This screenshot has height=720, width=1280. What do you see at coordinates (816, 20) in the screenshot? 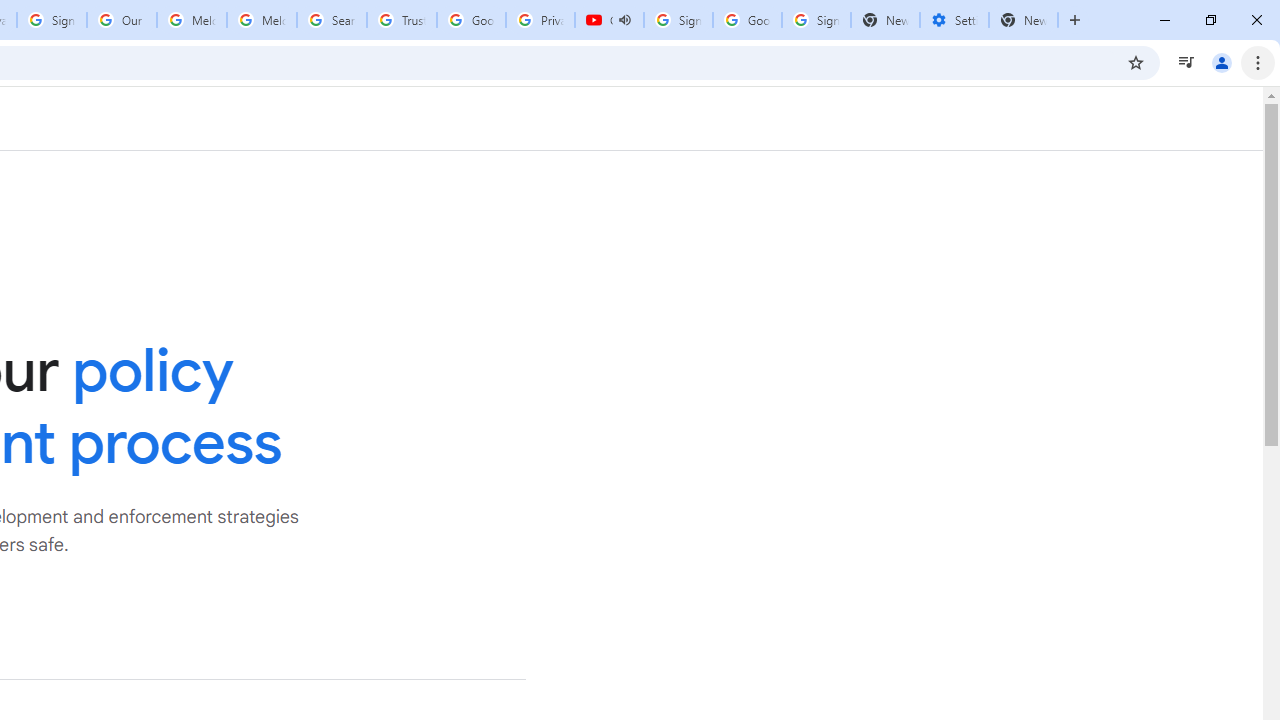
I see `'Sign in - Google Accounts'` at bounding box center [816, 20].